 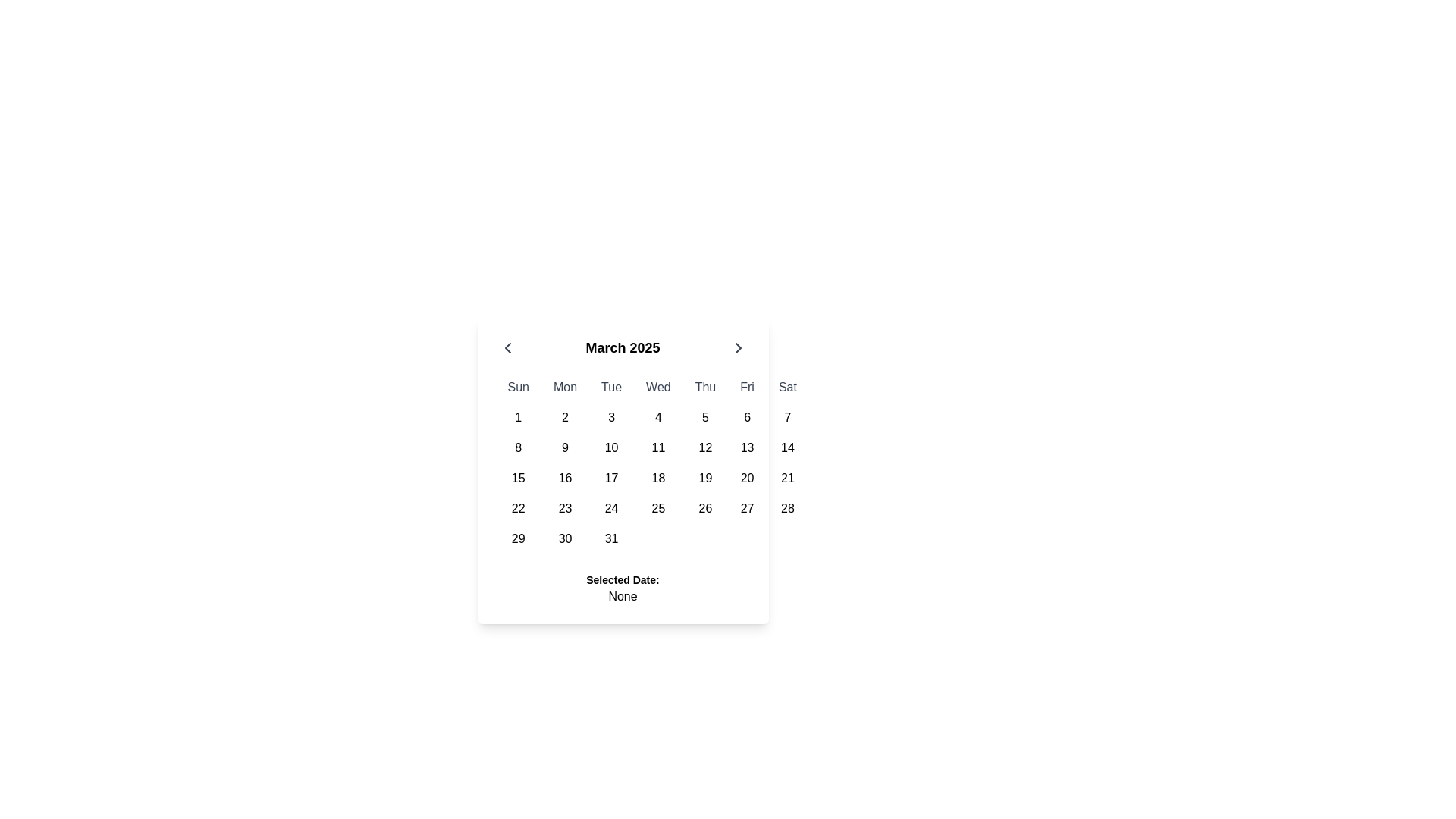 What do you see at coordinates (704, 447) in the screenshot?
I see `the non-interactive button representing the 12th day of the month in the calendar` at bounding box center [704, 447].